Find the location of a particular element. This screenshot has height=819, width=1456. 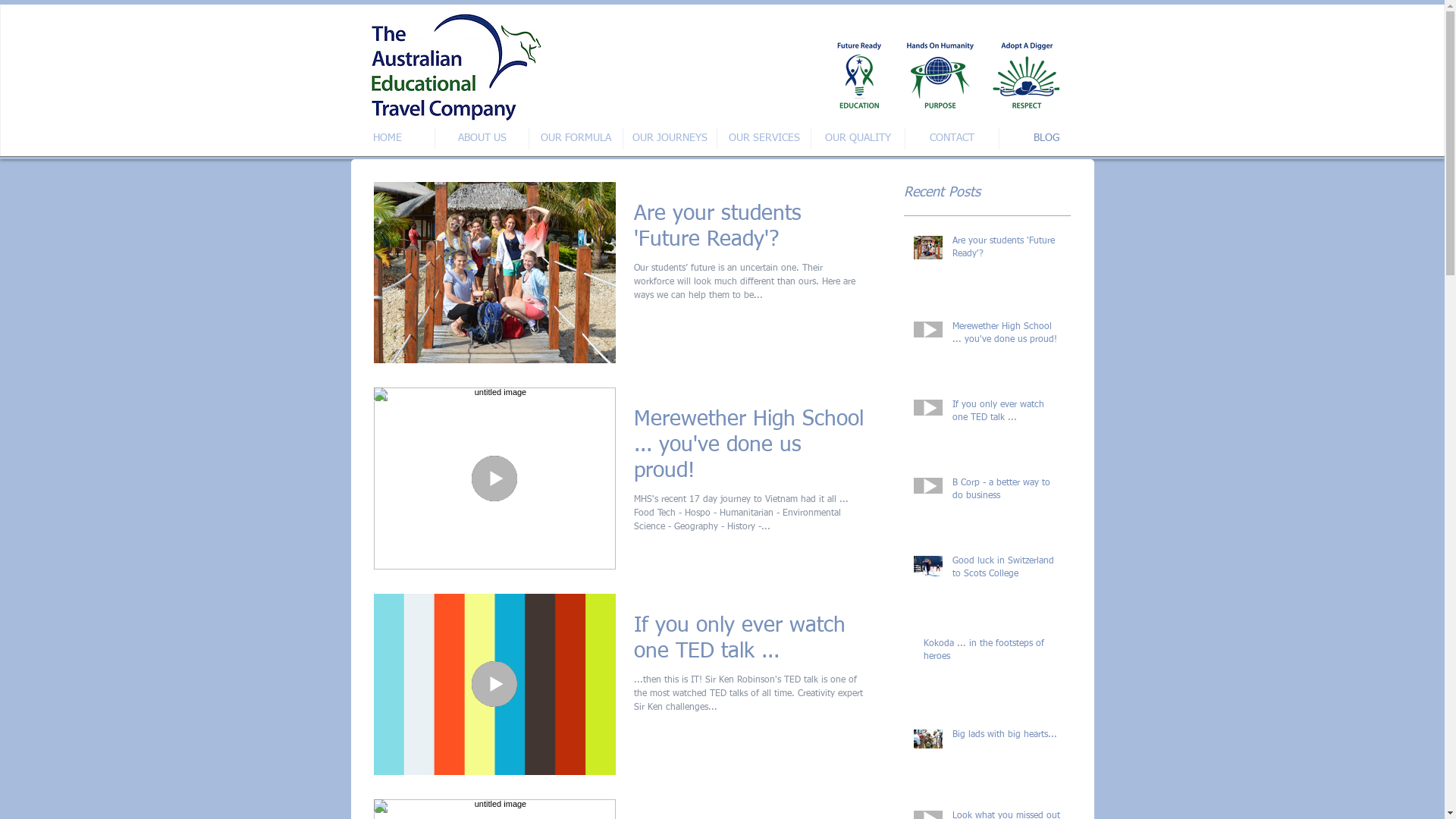

'Good luck in Switzerland to Scots College' is located at coordinates (952, 570).